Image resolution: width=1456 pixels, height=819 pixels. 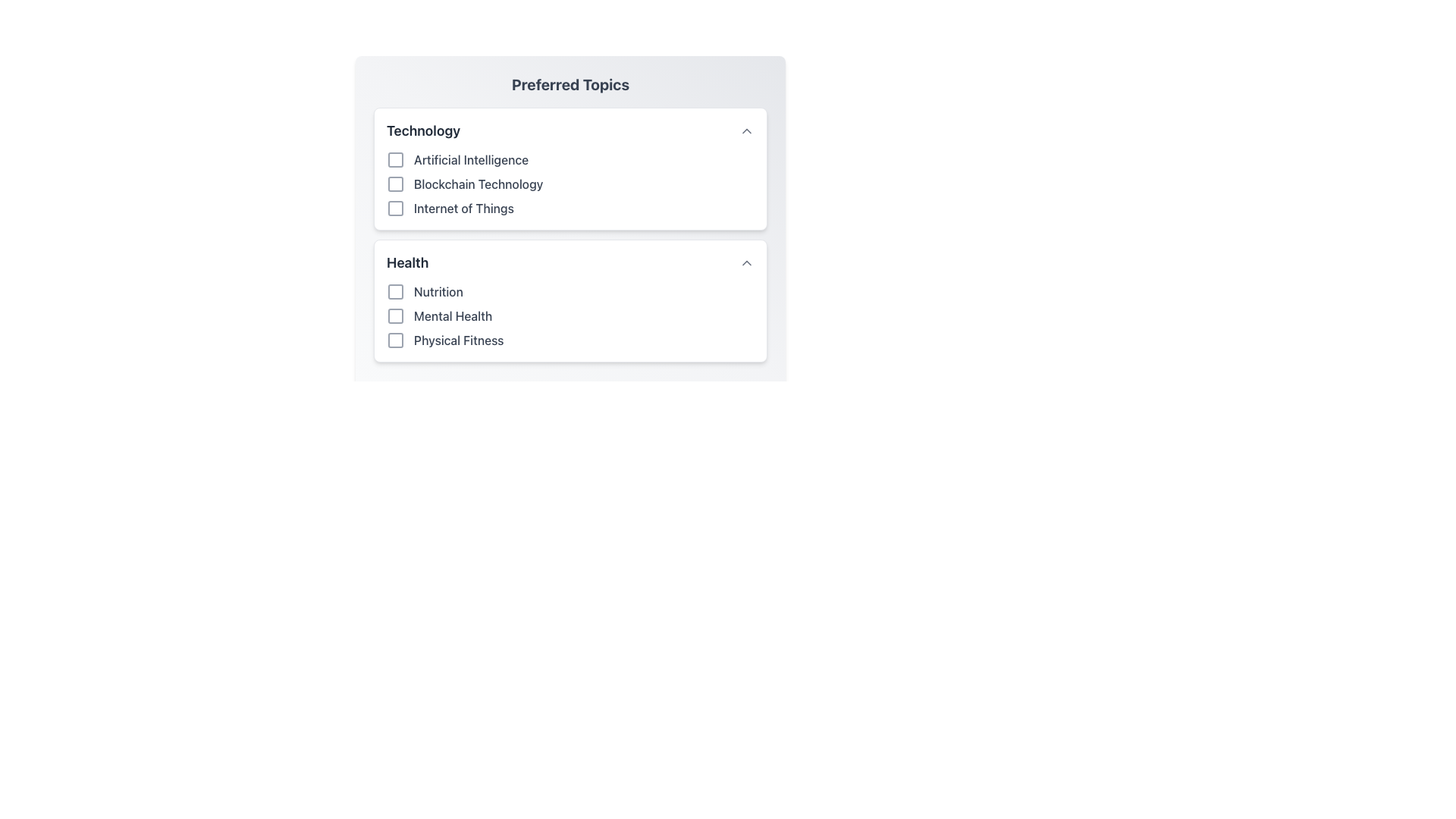 I want to click on descriptive text label located in the 'Health' category of the 'Preferred Topics' section, which is the third option and positioned to the right of an empty checkbox icon, so click(x=458, y=339).